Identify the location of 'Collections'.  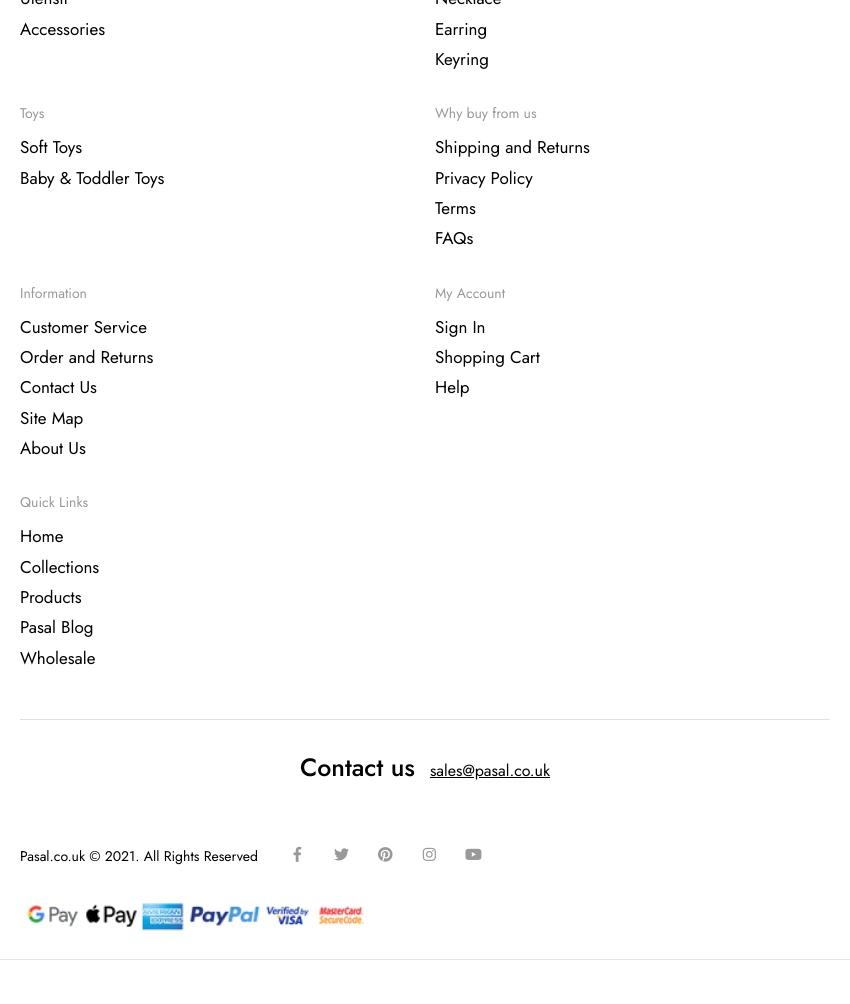
(59, 567).